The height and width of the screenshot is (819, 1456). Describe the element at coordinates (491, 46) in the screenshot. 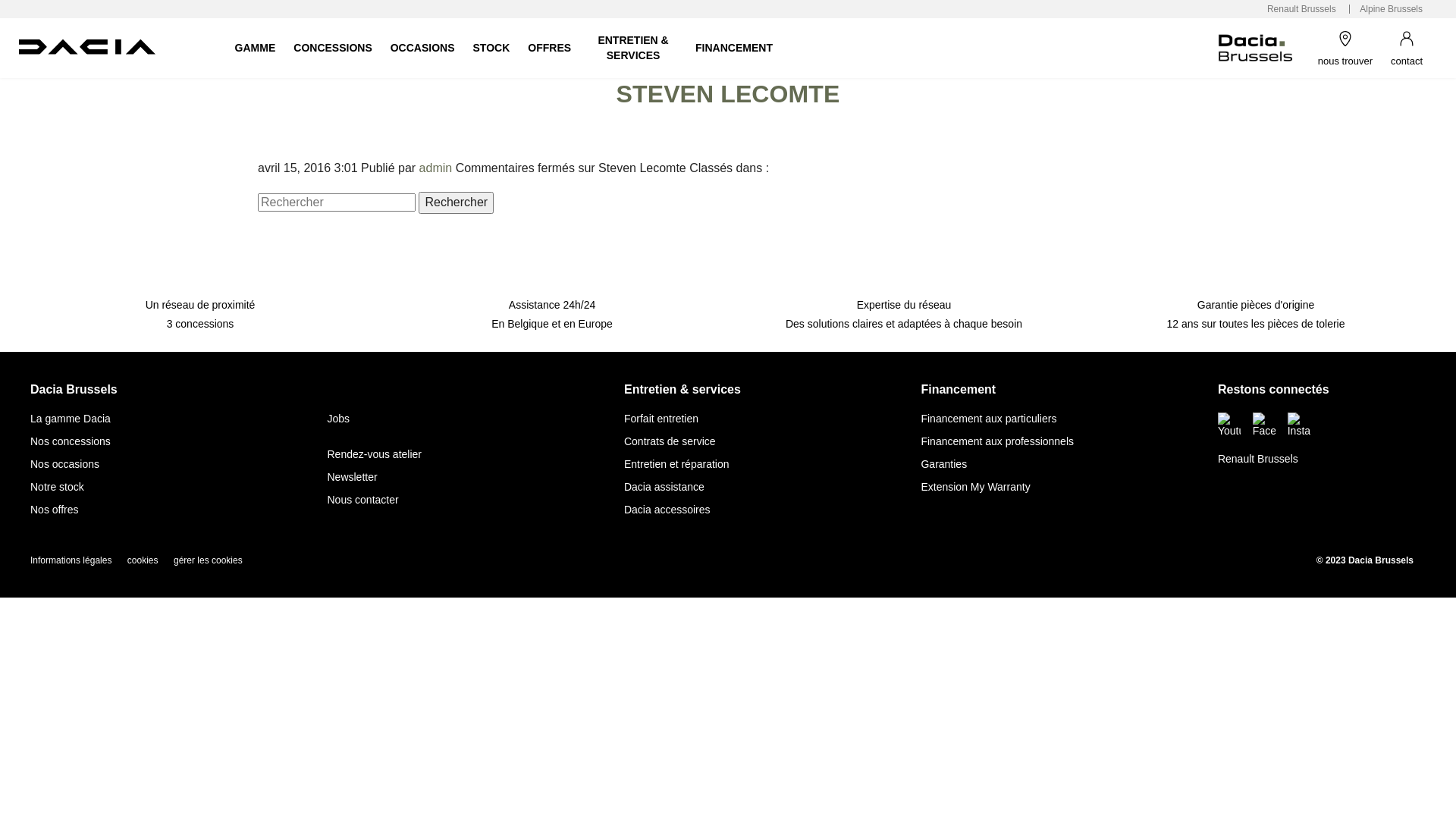

I see `'STOCK'` at that location.